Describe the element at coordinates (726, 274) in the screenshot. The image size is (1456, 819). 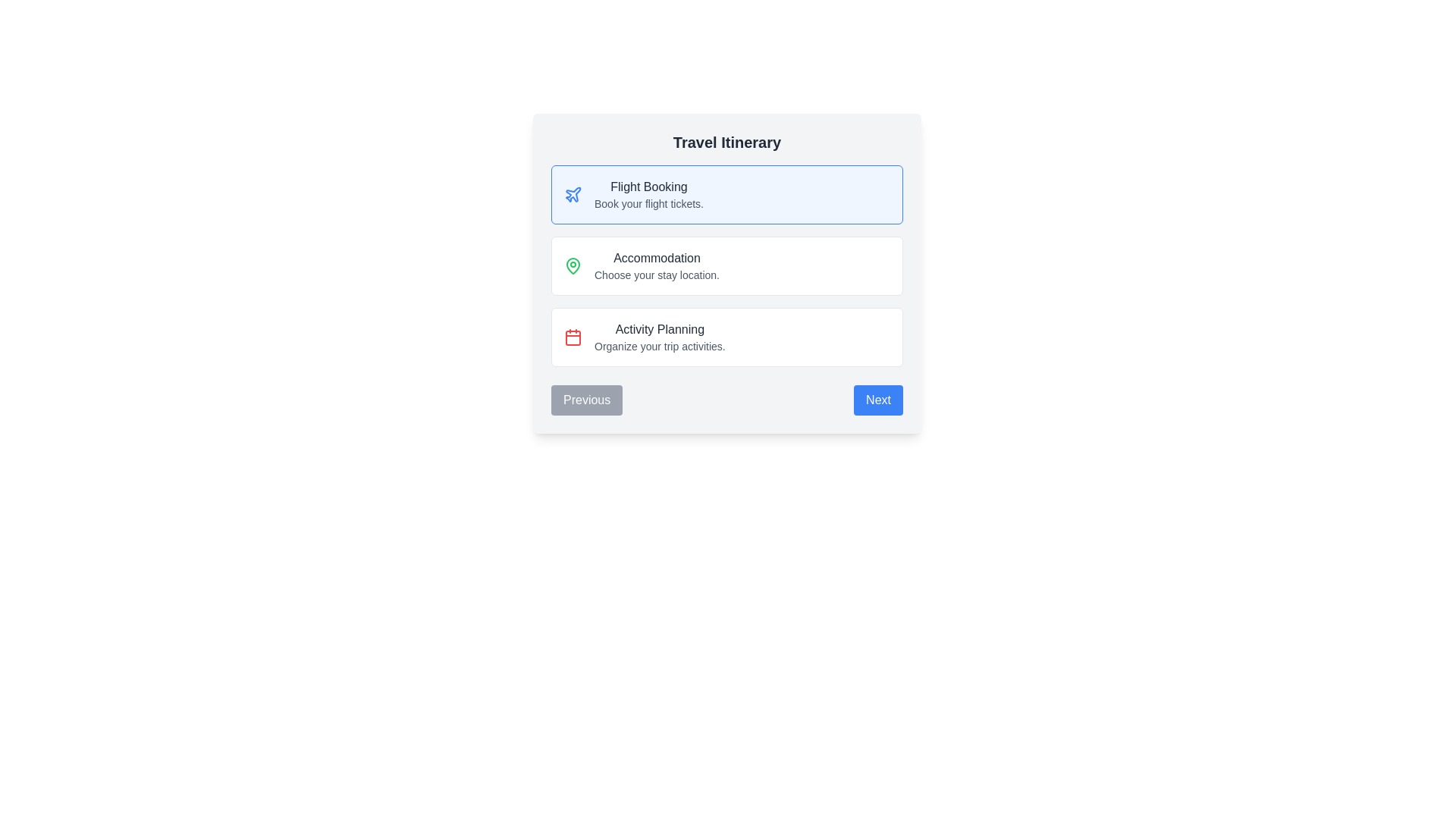
I see `inside the informational module for travel planning, titled 'Travel Itinerary', located centrally below the title and above the navigation buttons` at that location.